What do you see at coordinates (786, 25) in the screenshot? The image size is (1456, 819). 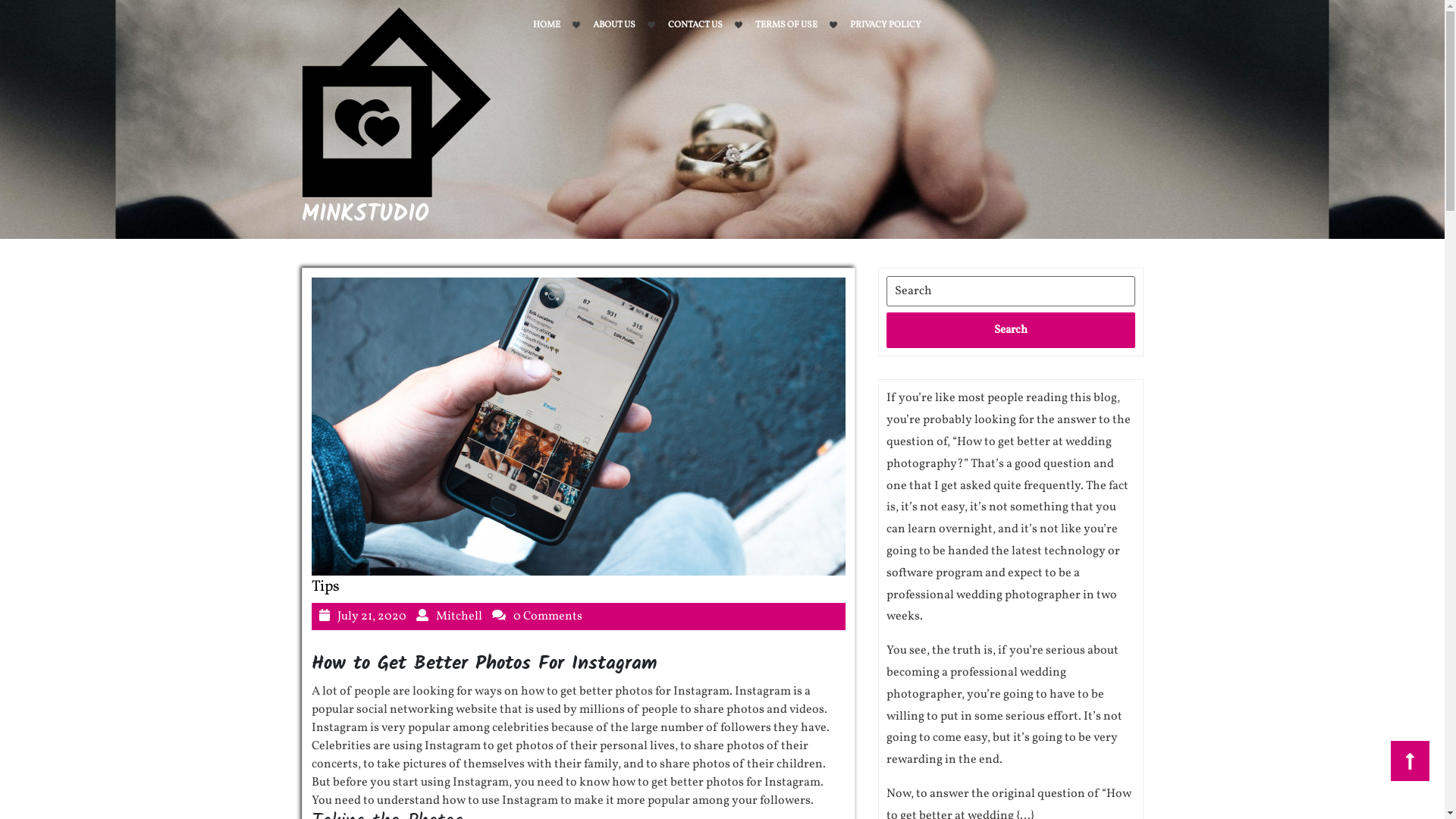 I see `'TERMS OF USE'` at bounding box center [786, 25].